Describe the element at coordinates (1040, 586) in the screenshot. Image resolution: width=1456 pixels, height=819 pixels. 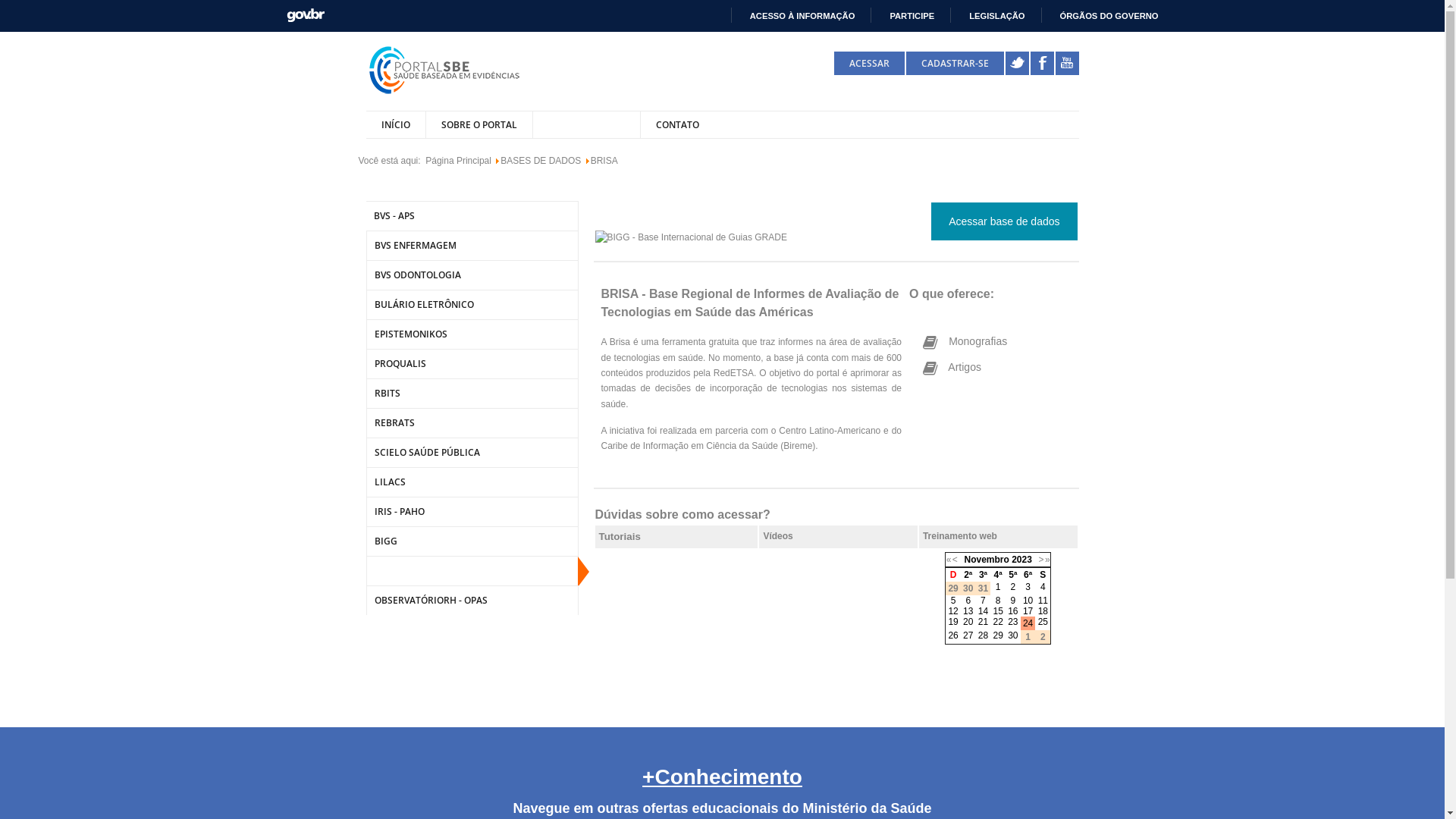
I see `'4'` at that location.